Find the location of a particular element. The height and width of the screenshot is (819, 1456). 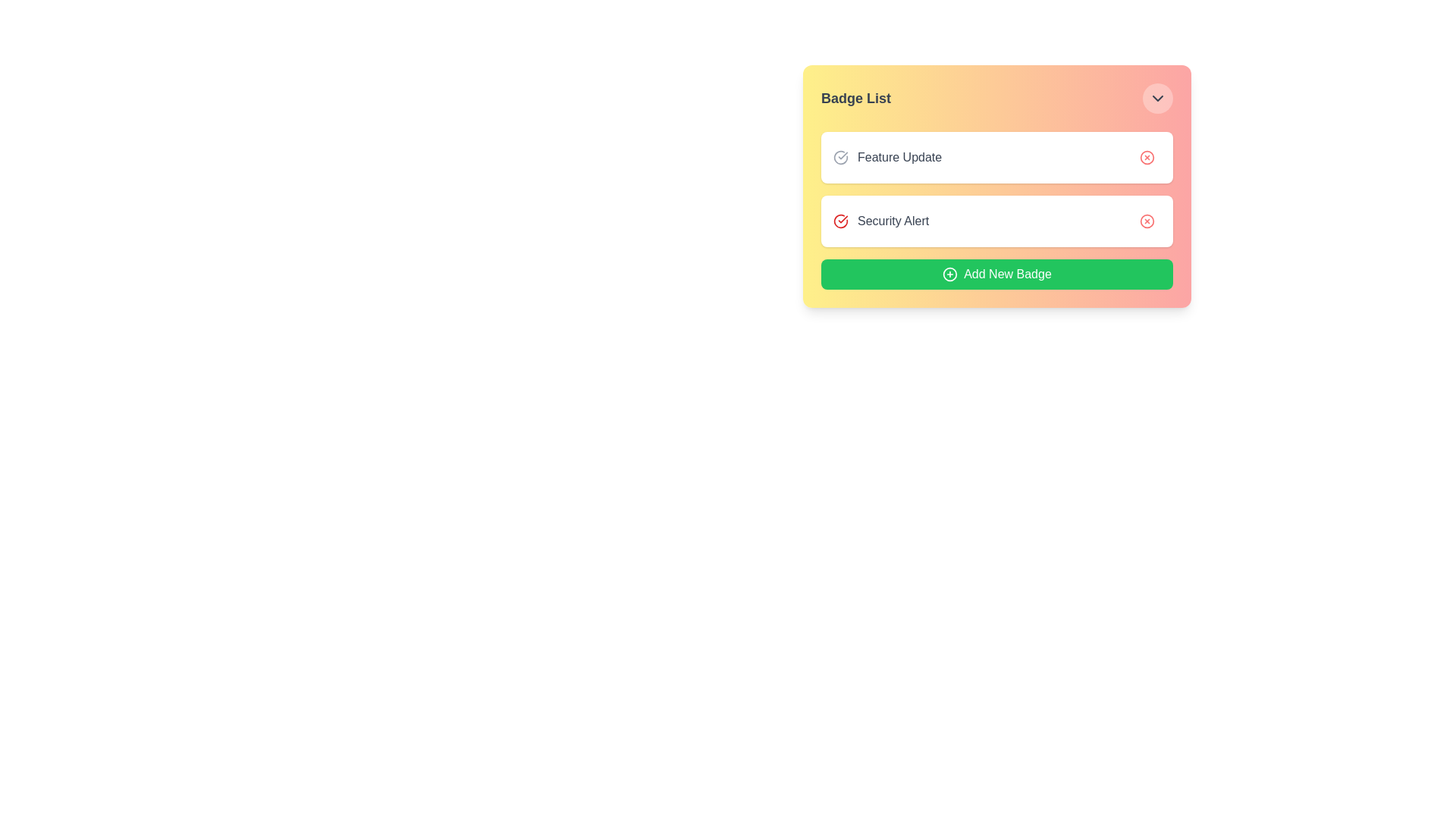

the circular '+' icon located to the left of the 'Add New Badge' text within a green rectangular button at the bottom of the 'Badge List' card component is located at coordinates (949, 275).